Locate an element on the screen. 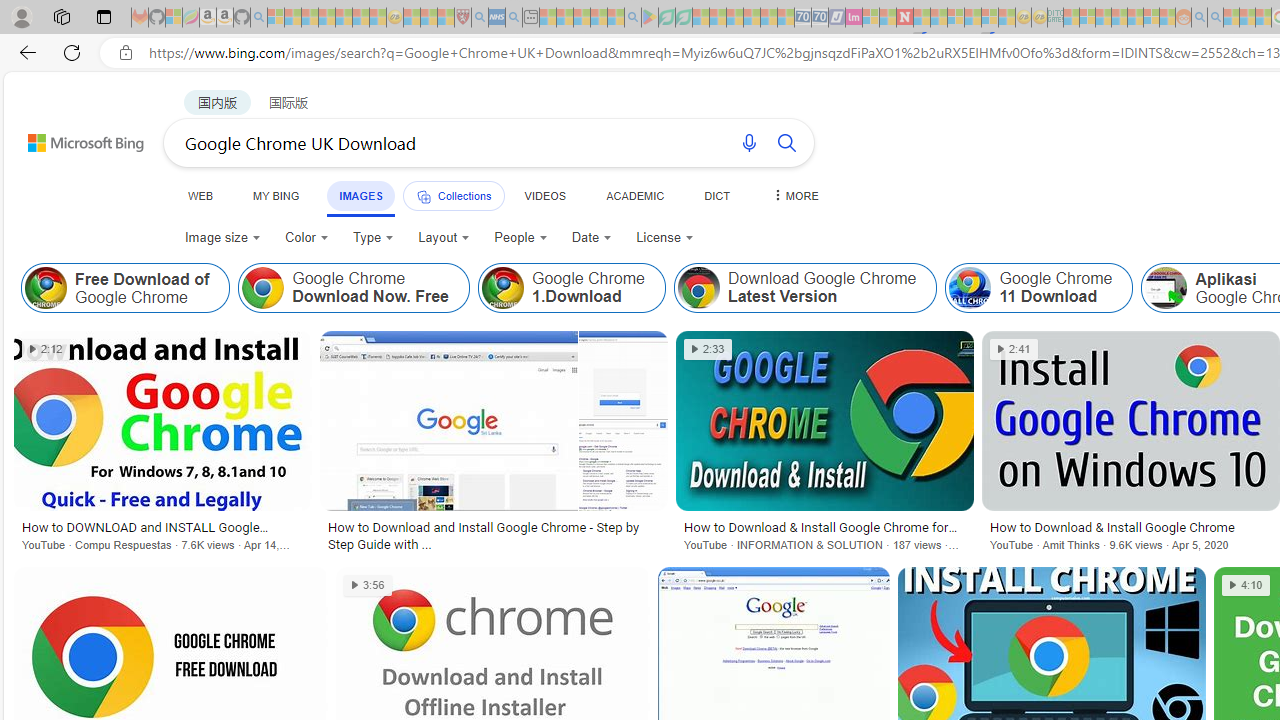  'Aplikasi Google Chrome Download' is located at coordinates (1166, 288).